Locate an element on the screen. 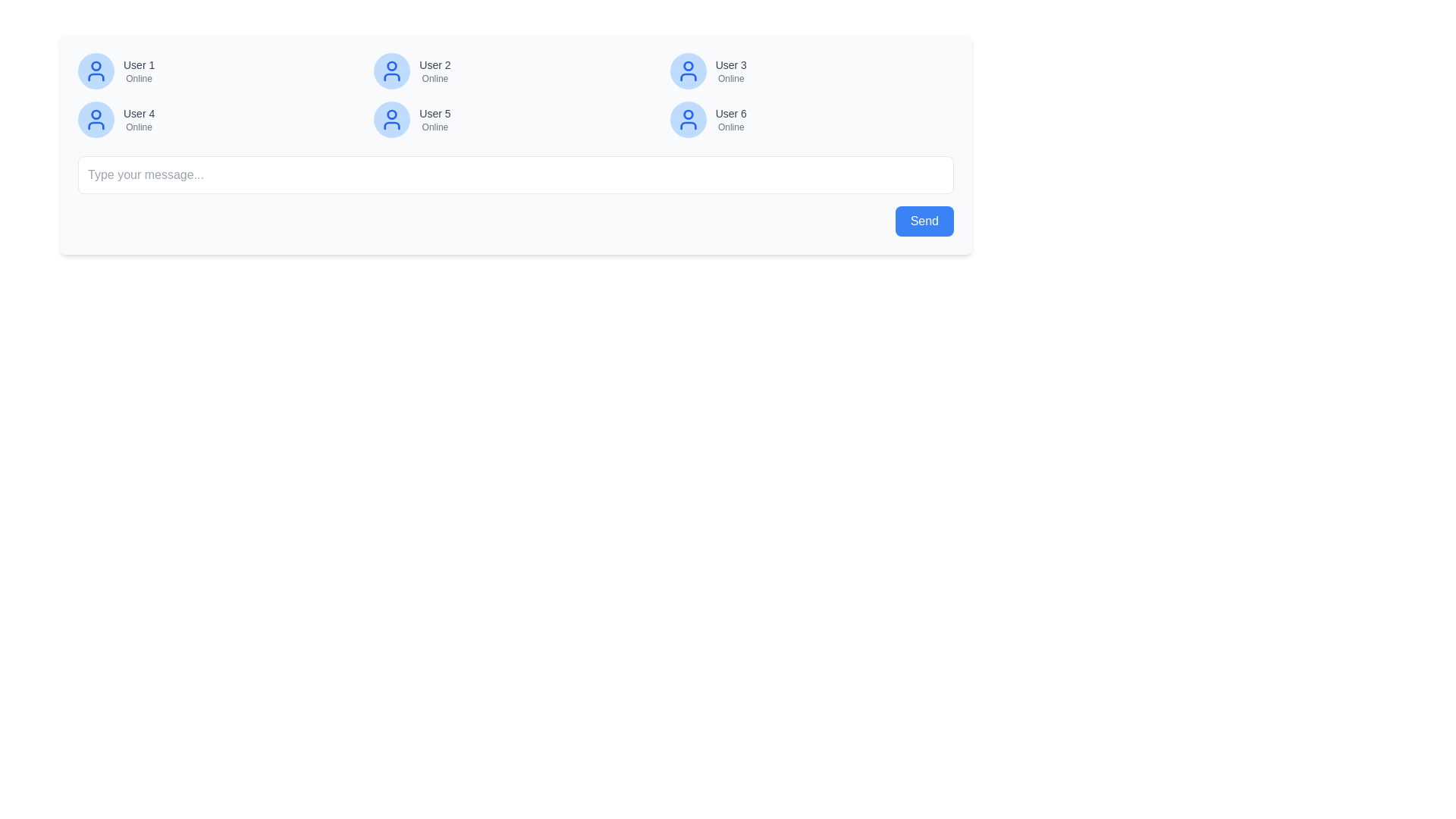  the information displayed in the text label indicating the username 'User 3' and their current online status, located in the top-right quadrant of the interface is located at coordinates (731, 71).